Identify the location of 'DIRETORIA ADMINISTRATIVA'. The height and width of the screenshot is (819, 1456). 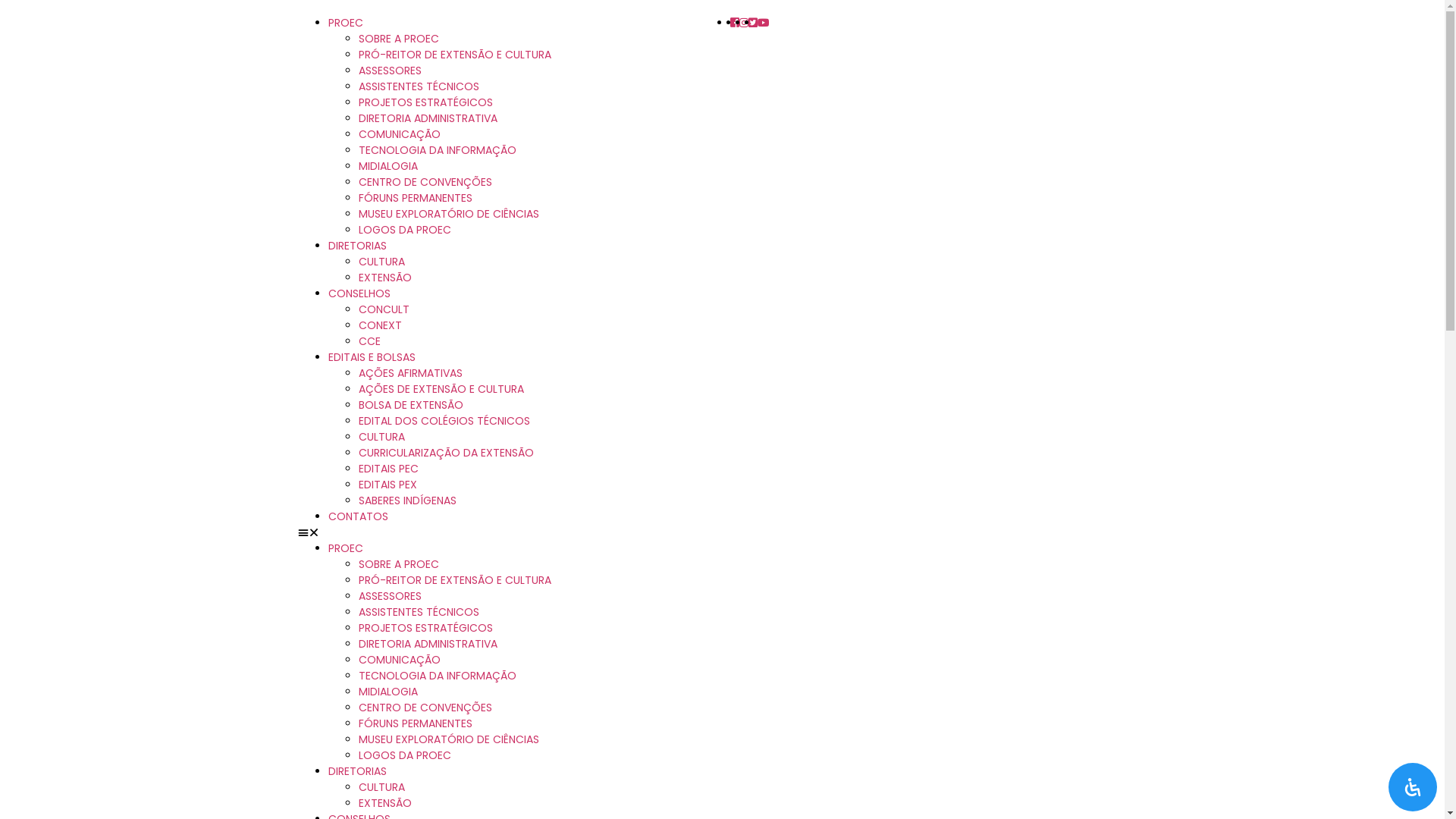
(426, 643).